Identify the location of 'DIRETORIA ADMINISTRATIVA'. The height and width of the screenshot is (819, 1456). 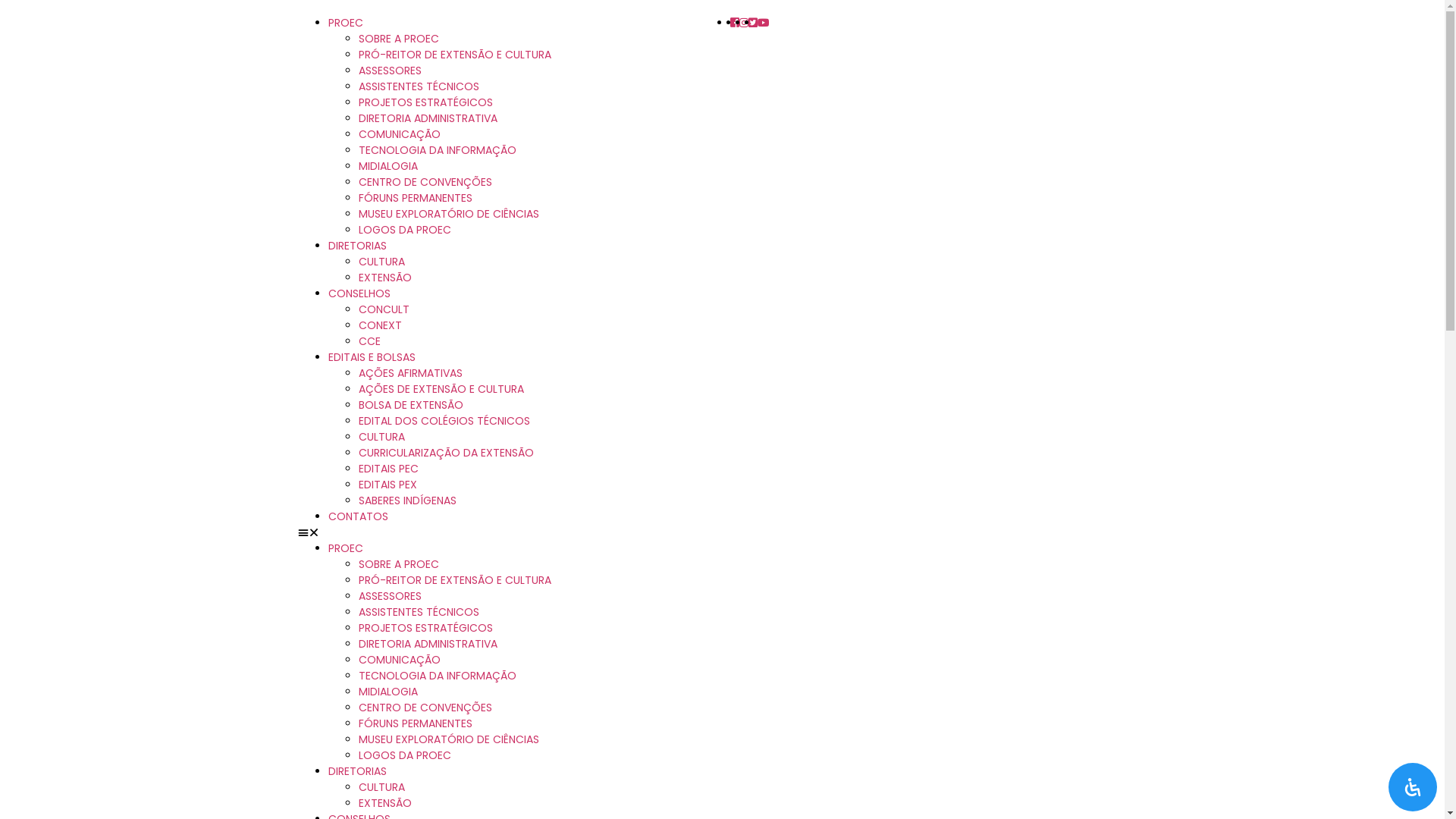
(426, 643).